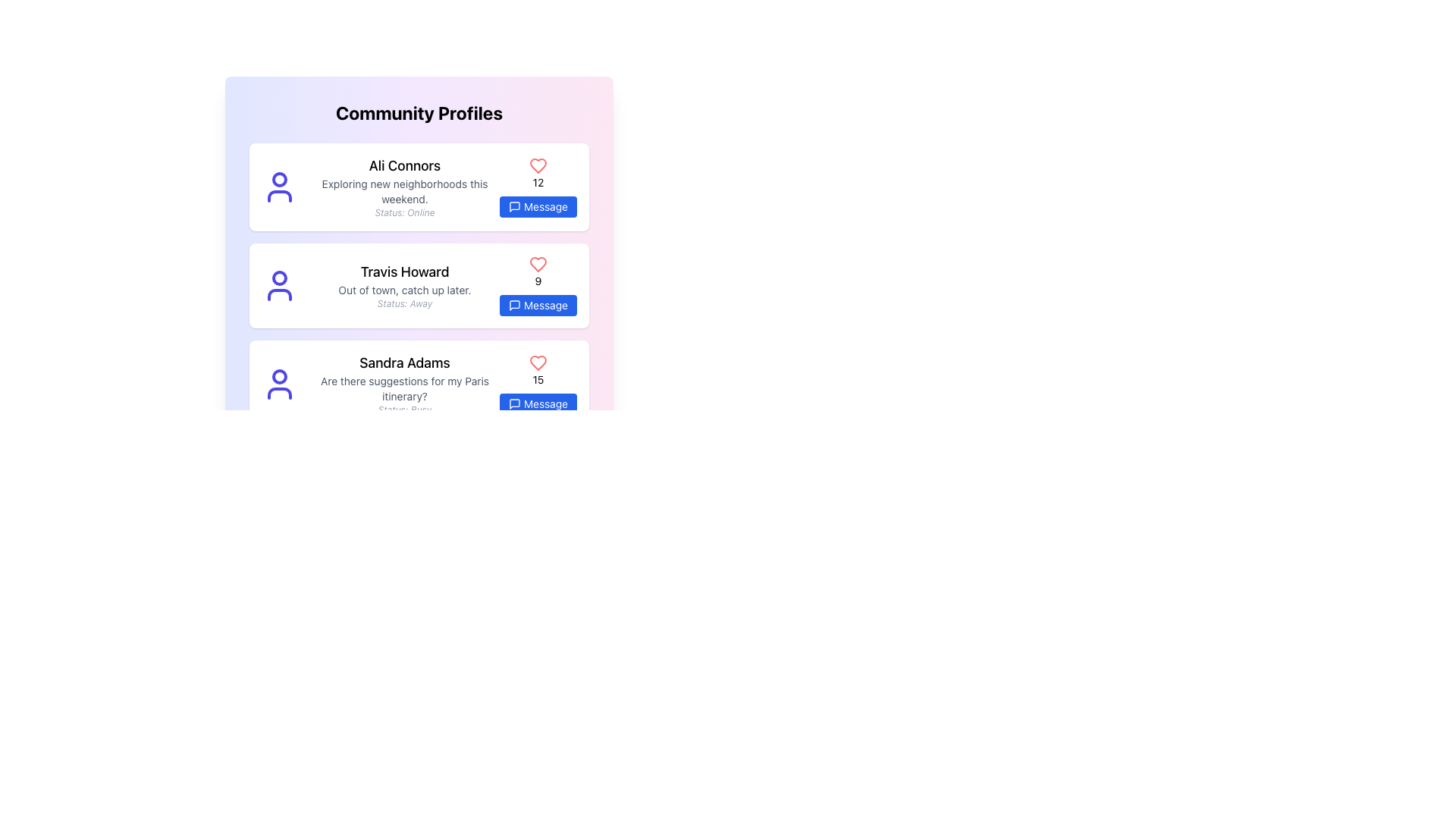 This screenshot has width=1456, height=819. I want to click on the upper circular part of the user icon in the first user profile card under 'Community Profiles', so click(280, 178).